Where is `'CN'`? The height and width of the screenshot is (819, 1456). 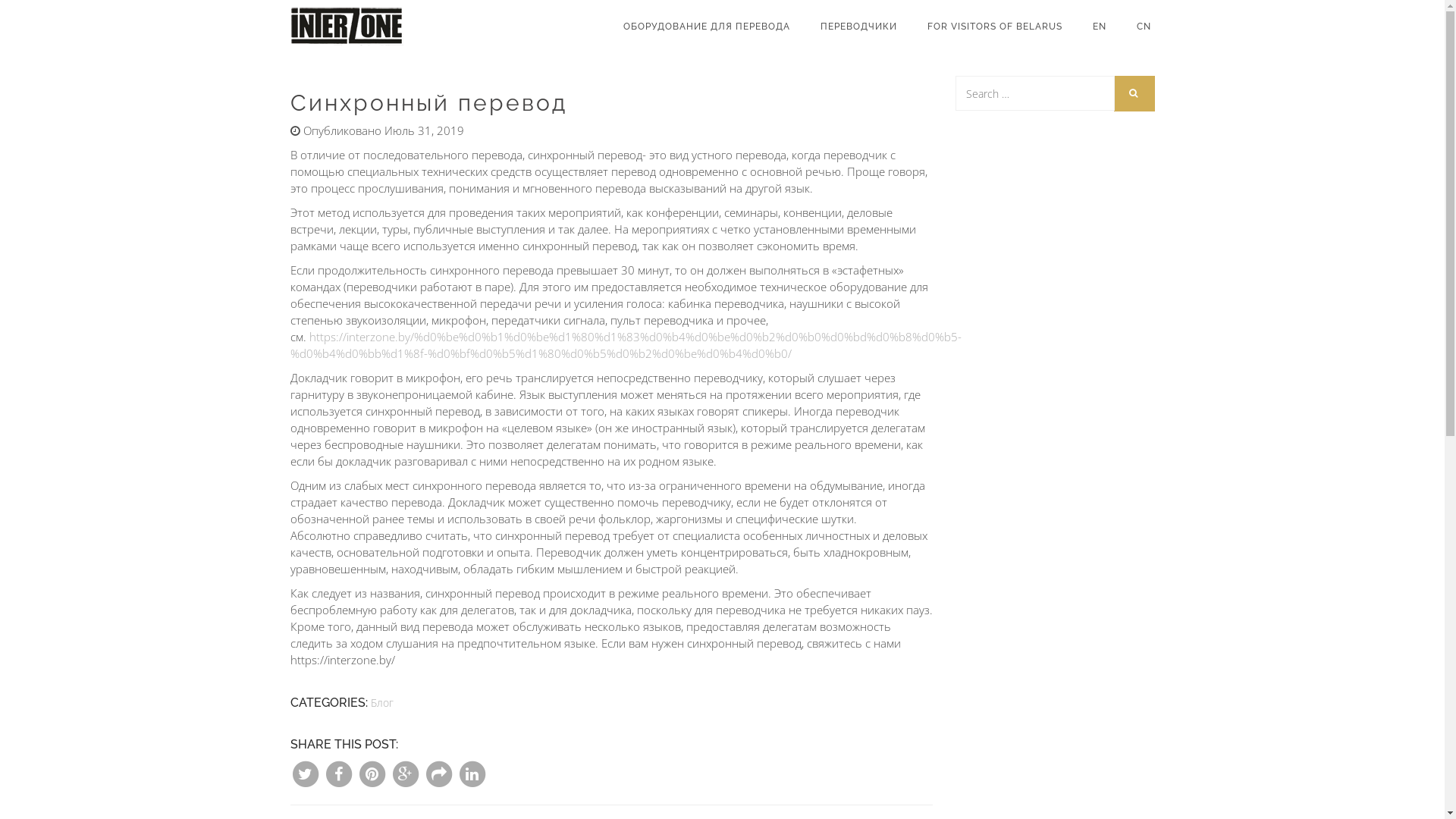 'CN' is located at coordinates (1143, 26).